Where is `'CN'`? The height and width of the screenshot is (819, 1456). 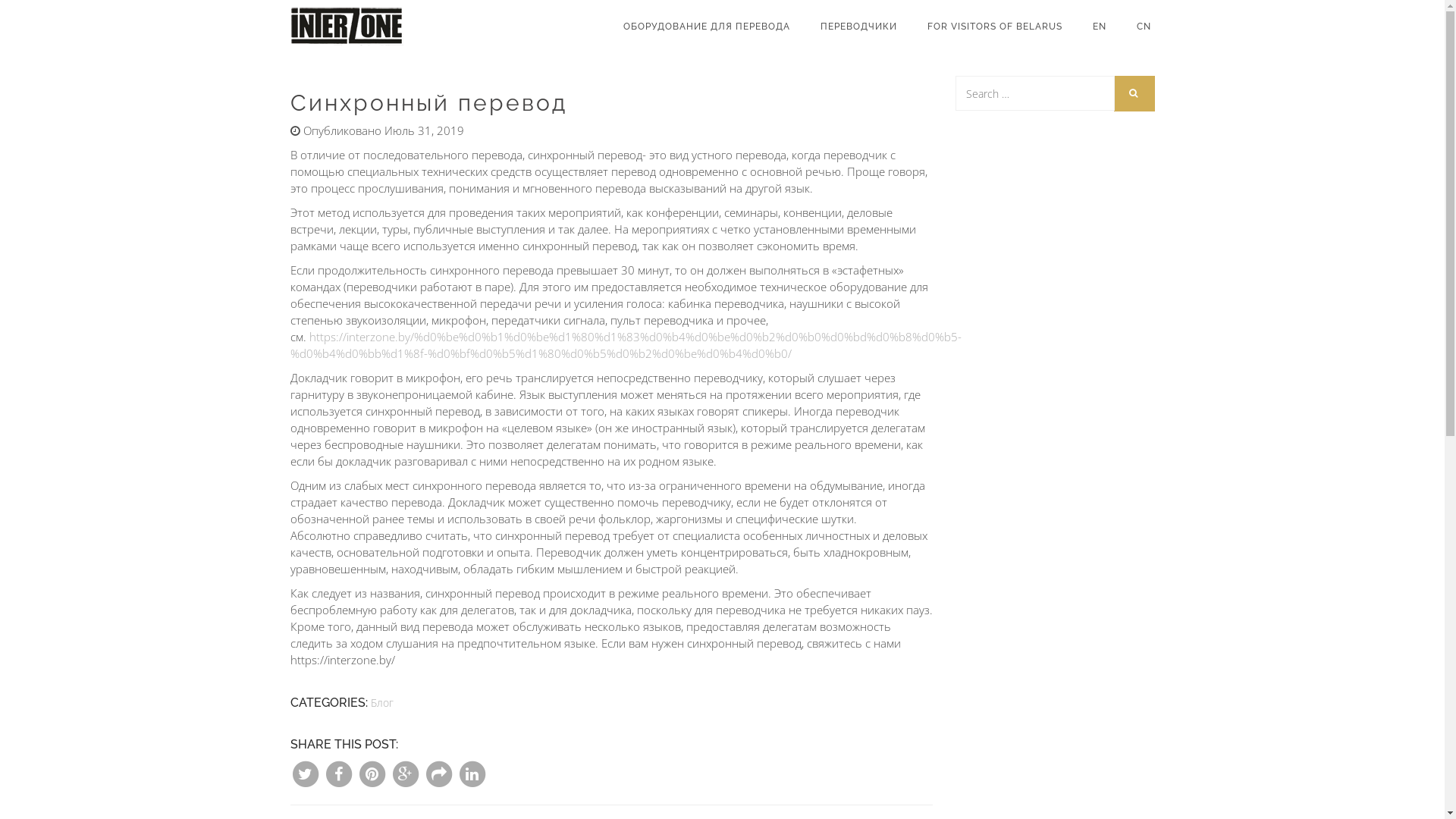 'CN' is located at coordinates (1143, 26).